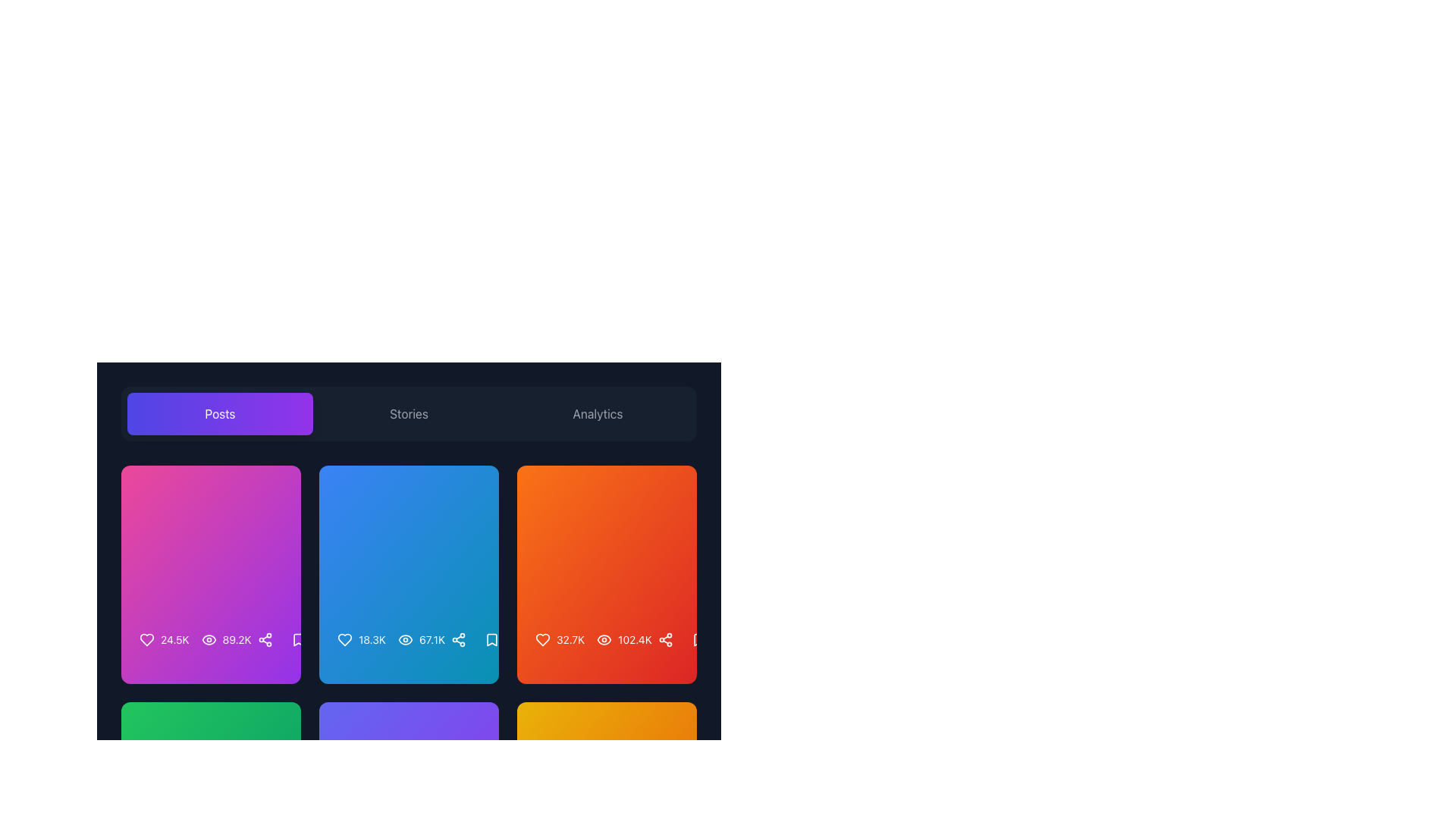 Image resolution: width=1456 pixels, height=819 pixels. I want to click on the icon displaying the count of likes or interactions located at the lower section of the bright orange card to trigger the tooltip, so click(559, 640).